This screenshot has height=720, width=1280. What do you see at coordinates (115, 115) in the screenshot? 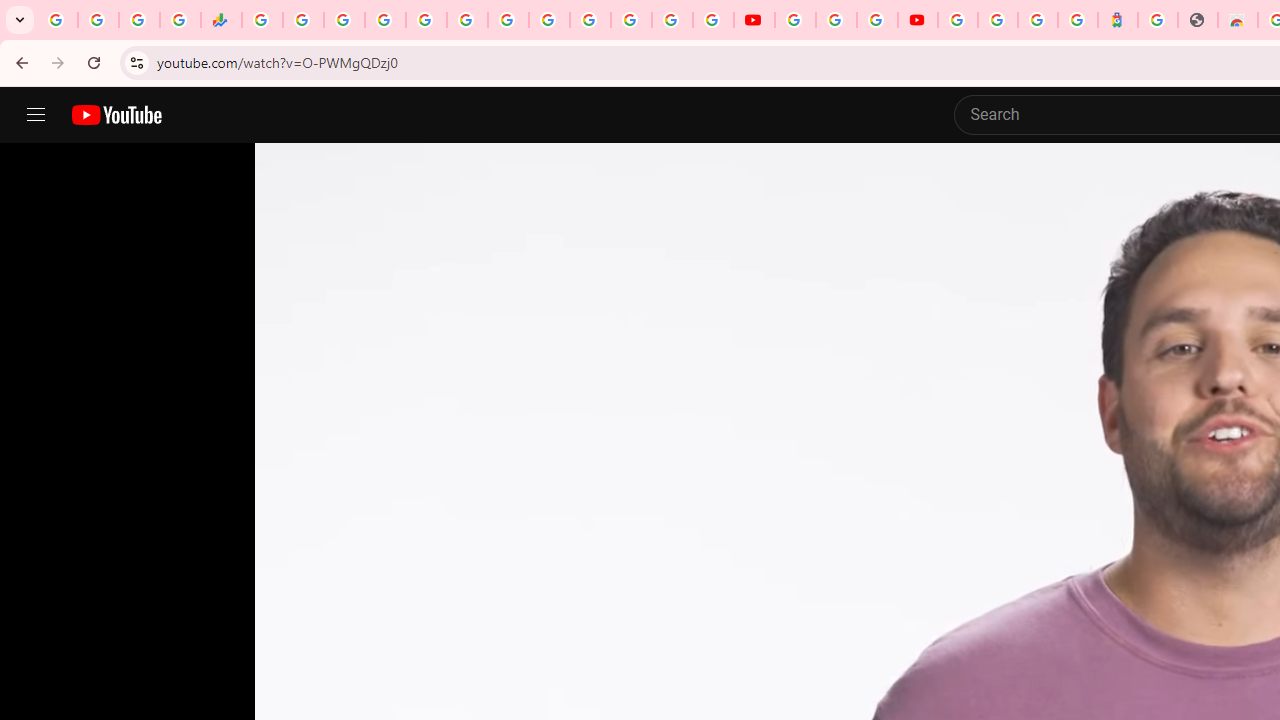
I see `'YouTube Home'` at bounding box center [115, 115].